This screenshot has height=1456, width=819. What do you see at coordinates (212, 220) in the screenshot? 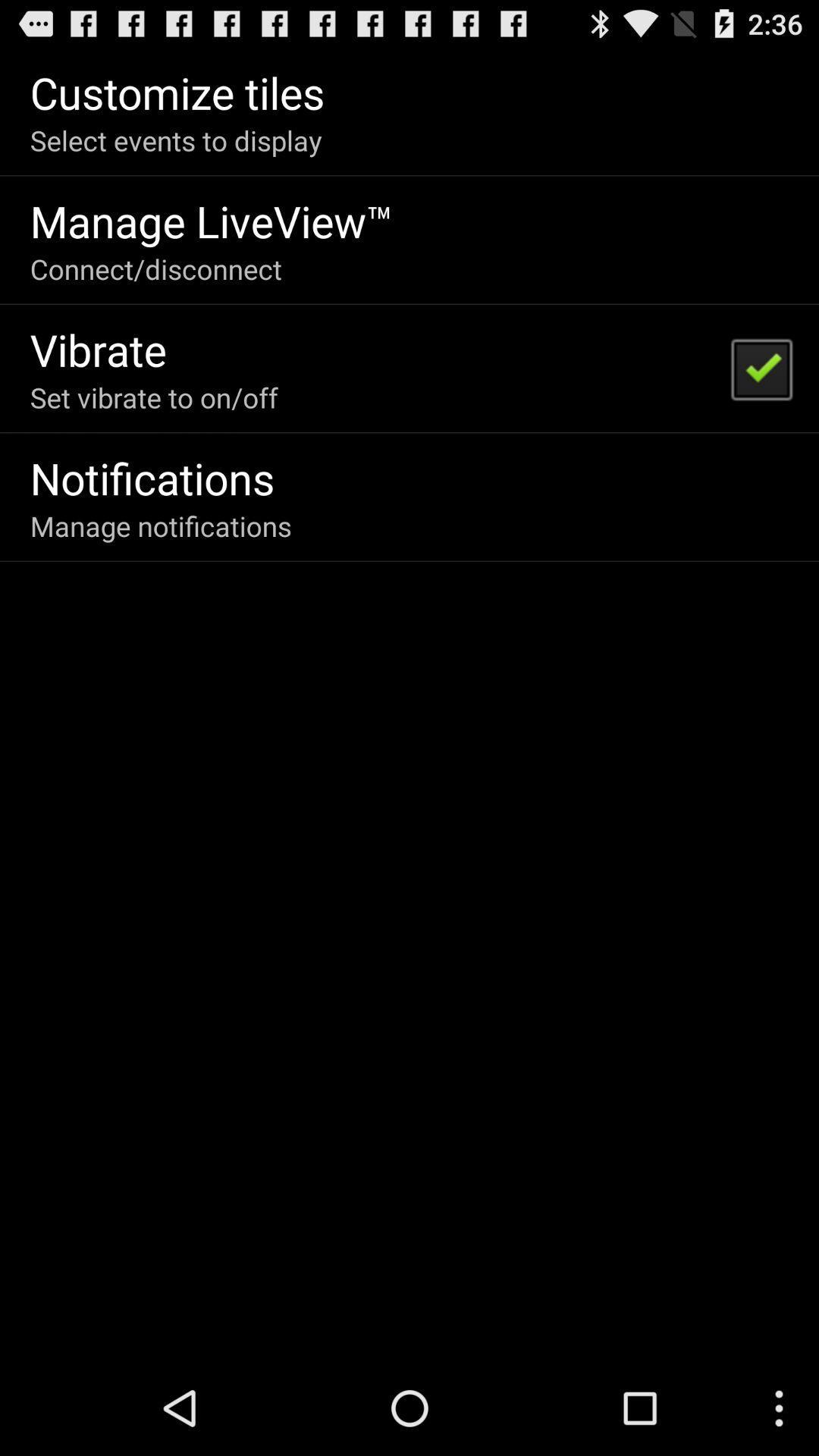
I see `the icon below select events to app` at bounding box center [212, 220].